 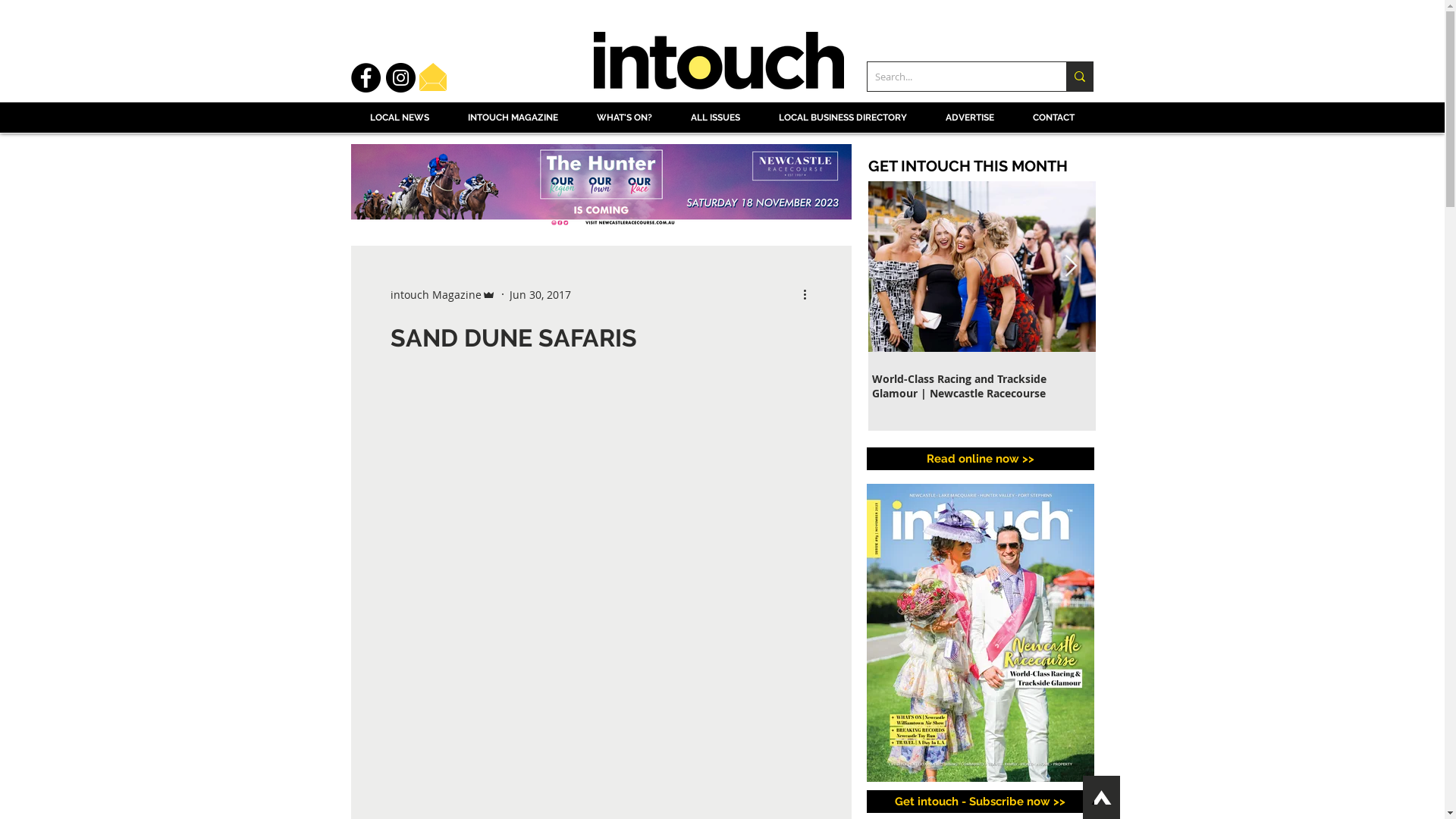 I want to click on 'LOCAL NEWS', so click(x=398, y=121).